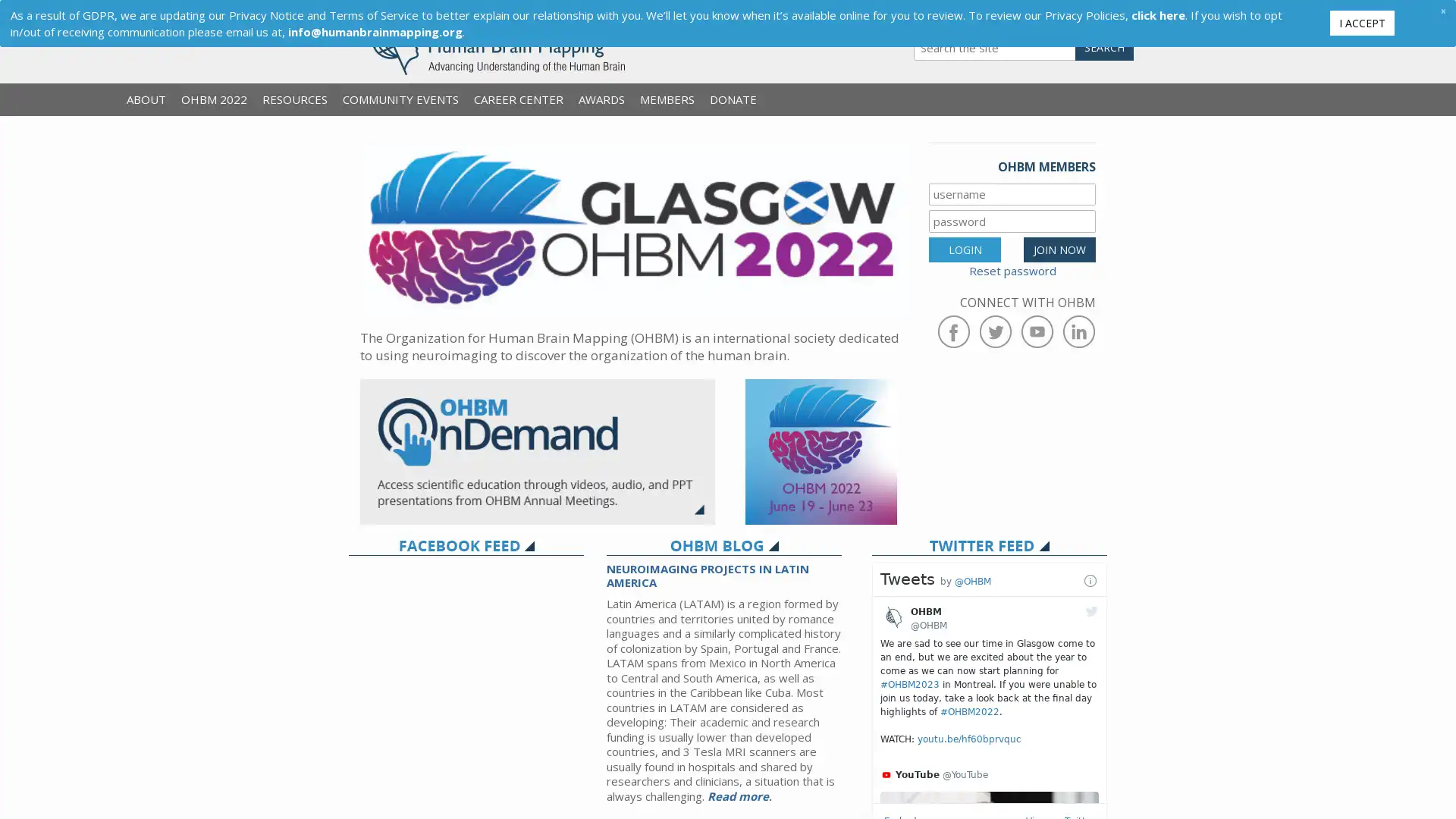  Describe the element at coordinates (865, 256) in the screenshot. I see `Next` at that location.